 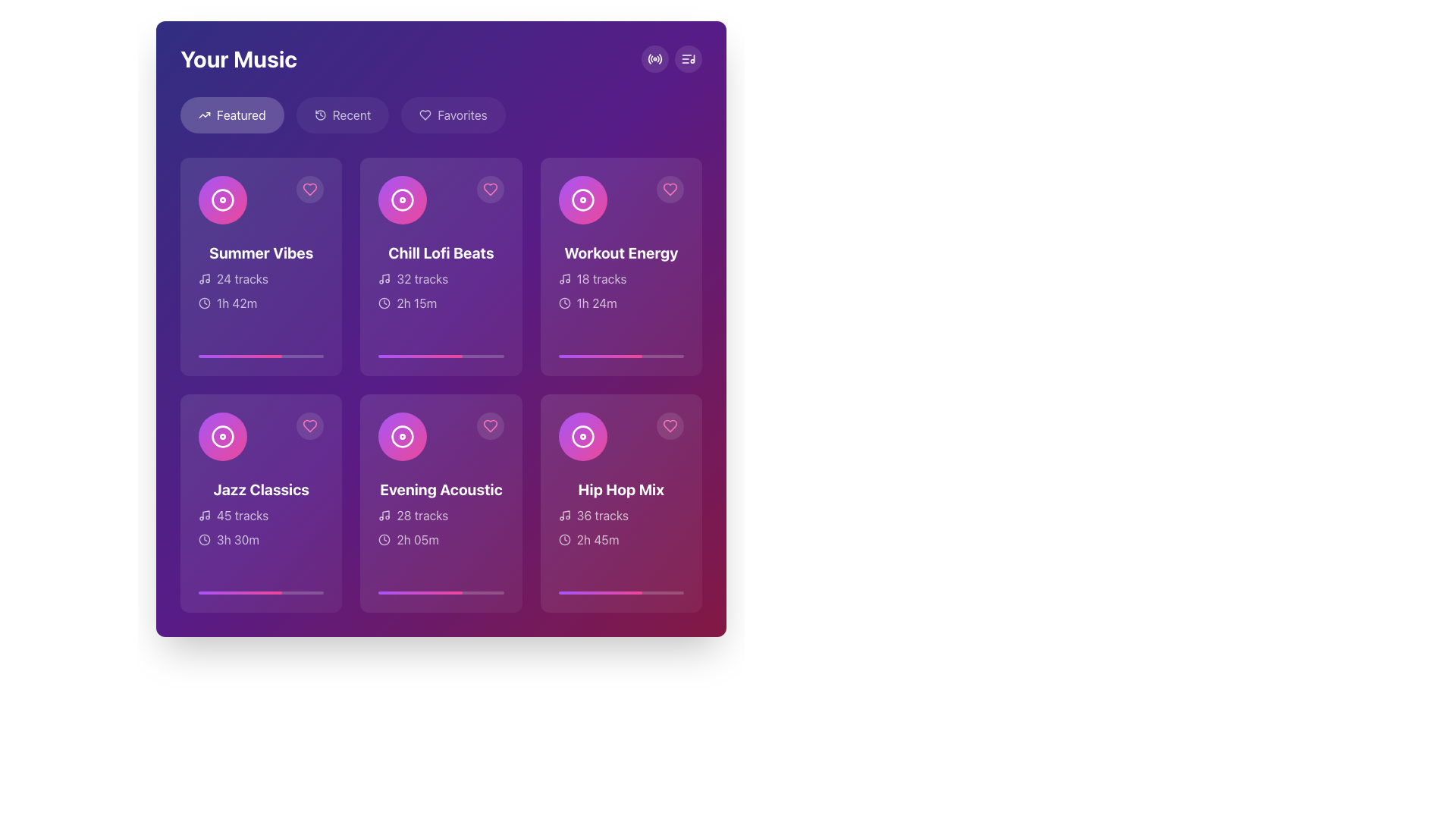 I want to click on text label displaying 'Workout Energy' which is in a bold, large font on a purple background, located in the upper portion of the third card in the top row, so click(x=621, y=253).